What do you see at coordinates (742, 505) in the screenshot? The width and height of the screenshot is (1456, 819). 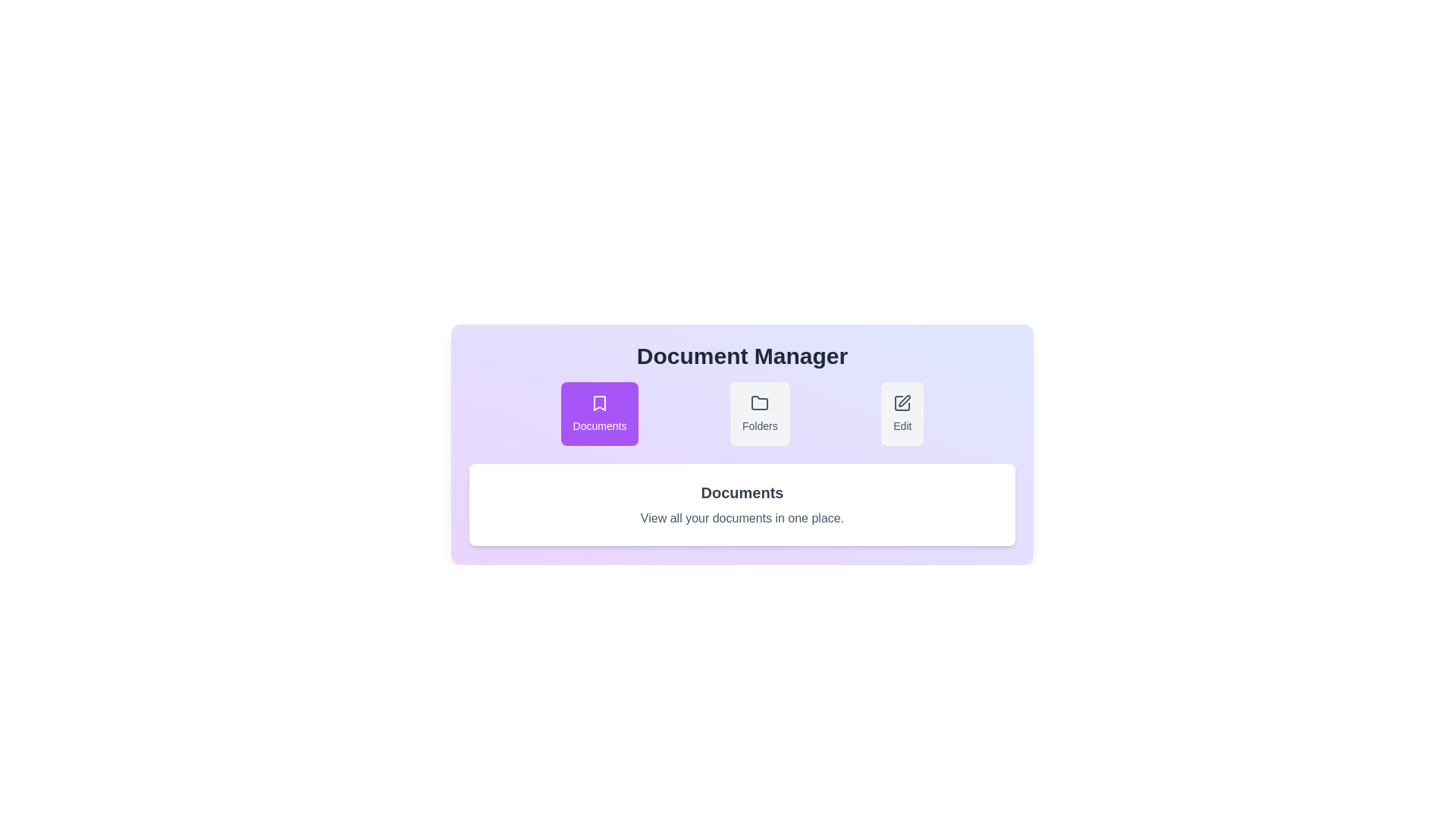 I see `the non-interactive informational card providing a description about managing documents, located at the bottom of the 'Document Manager' section` at bounding box center [742, 505].